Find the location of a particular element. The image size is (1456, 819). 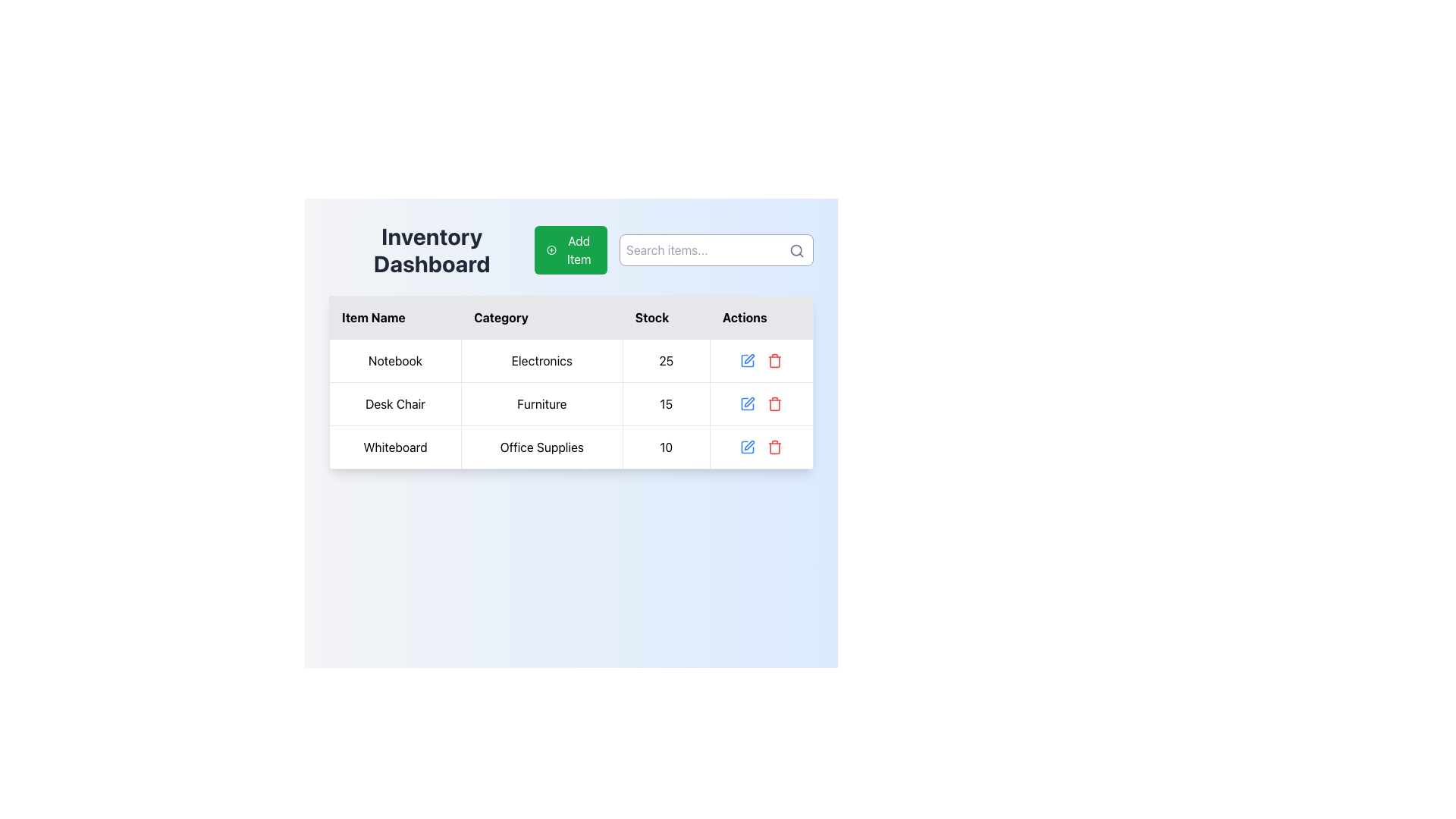

the blue pen icon in the 'Actions' column of the first row of the inventory table to initiate editing the corresponding inventory entry for 'Notebook' is located at coordinates (748, 360).